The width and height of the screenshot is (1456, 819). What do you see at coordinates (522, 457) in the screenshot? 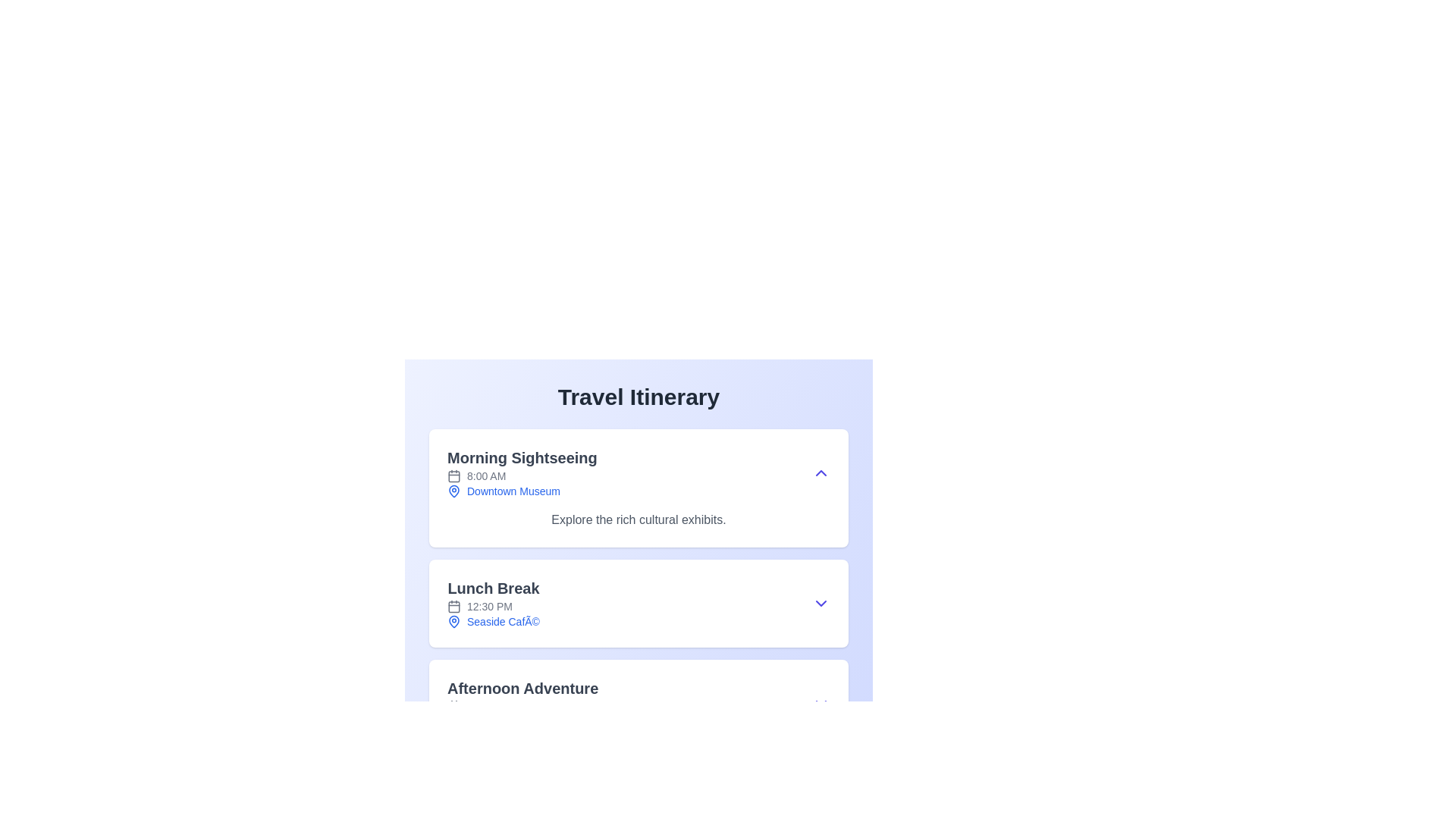
I see `the 'Morning Sightseeing' text label at the top of the itinerary card to understand the context of the card` at bounding box center [522, 457].